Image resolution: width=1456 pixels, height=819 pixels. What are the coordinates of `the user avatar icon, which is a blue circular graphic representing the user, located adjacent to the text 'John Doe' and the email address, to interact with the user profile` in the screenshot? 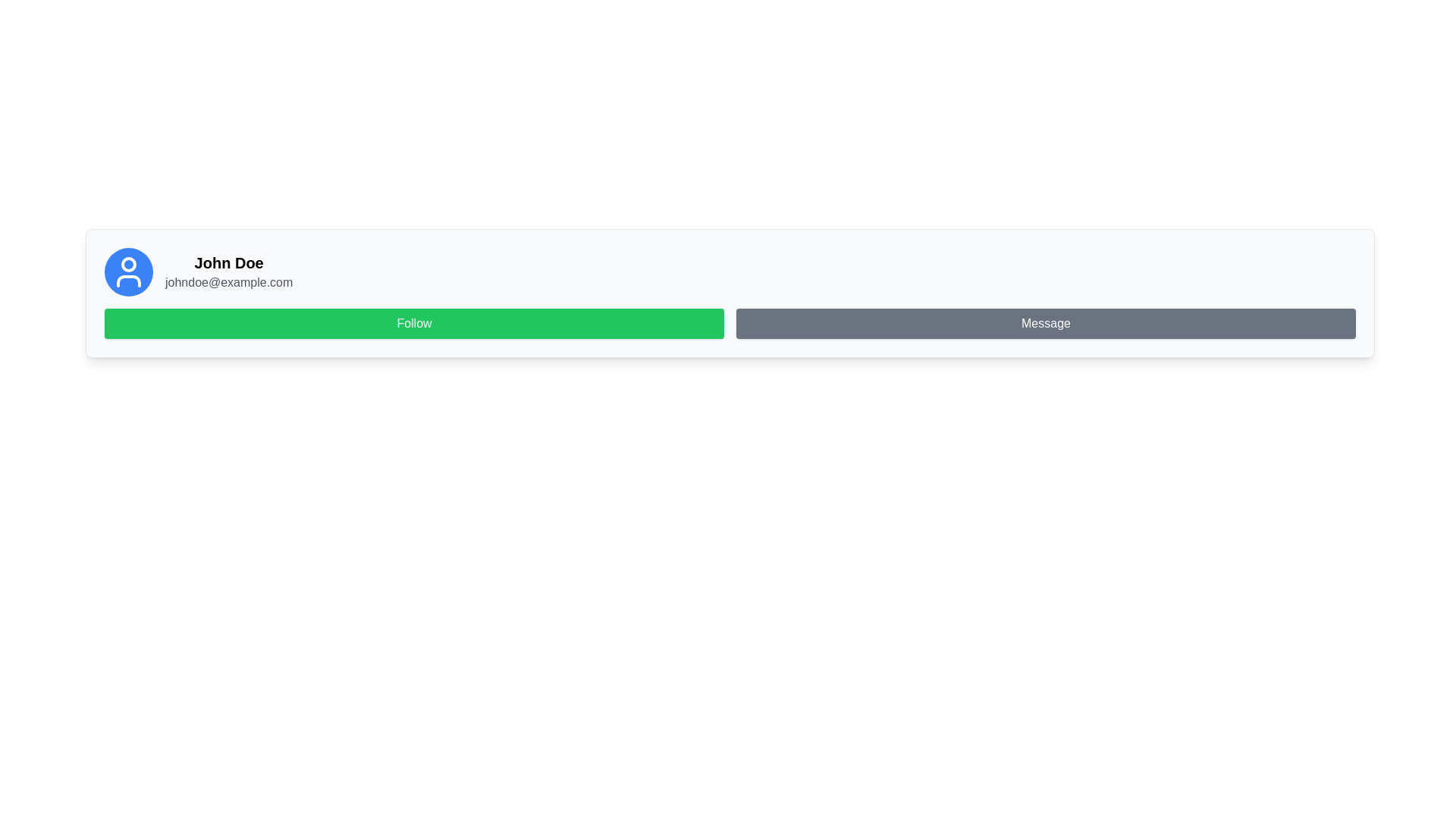 It's located at (128, 271).